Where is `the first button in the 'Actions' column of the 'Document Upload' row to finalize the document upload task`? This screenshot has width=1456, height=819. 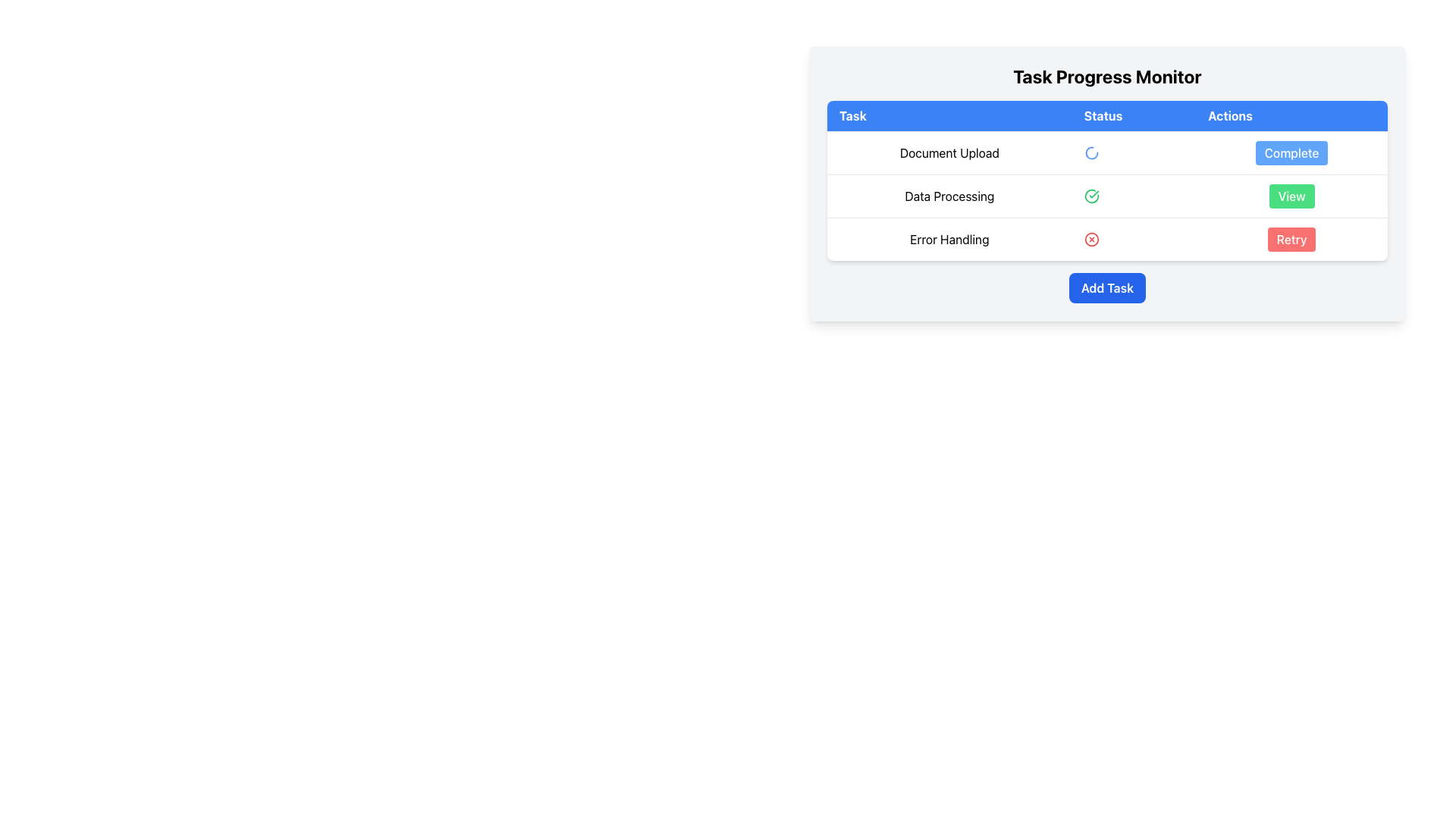
the first button in the 'Actions' column of the 'Document Upload' row to finalize the document upload task is located at coordinates (1291, 152).